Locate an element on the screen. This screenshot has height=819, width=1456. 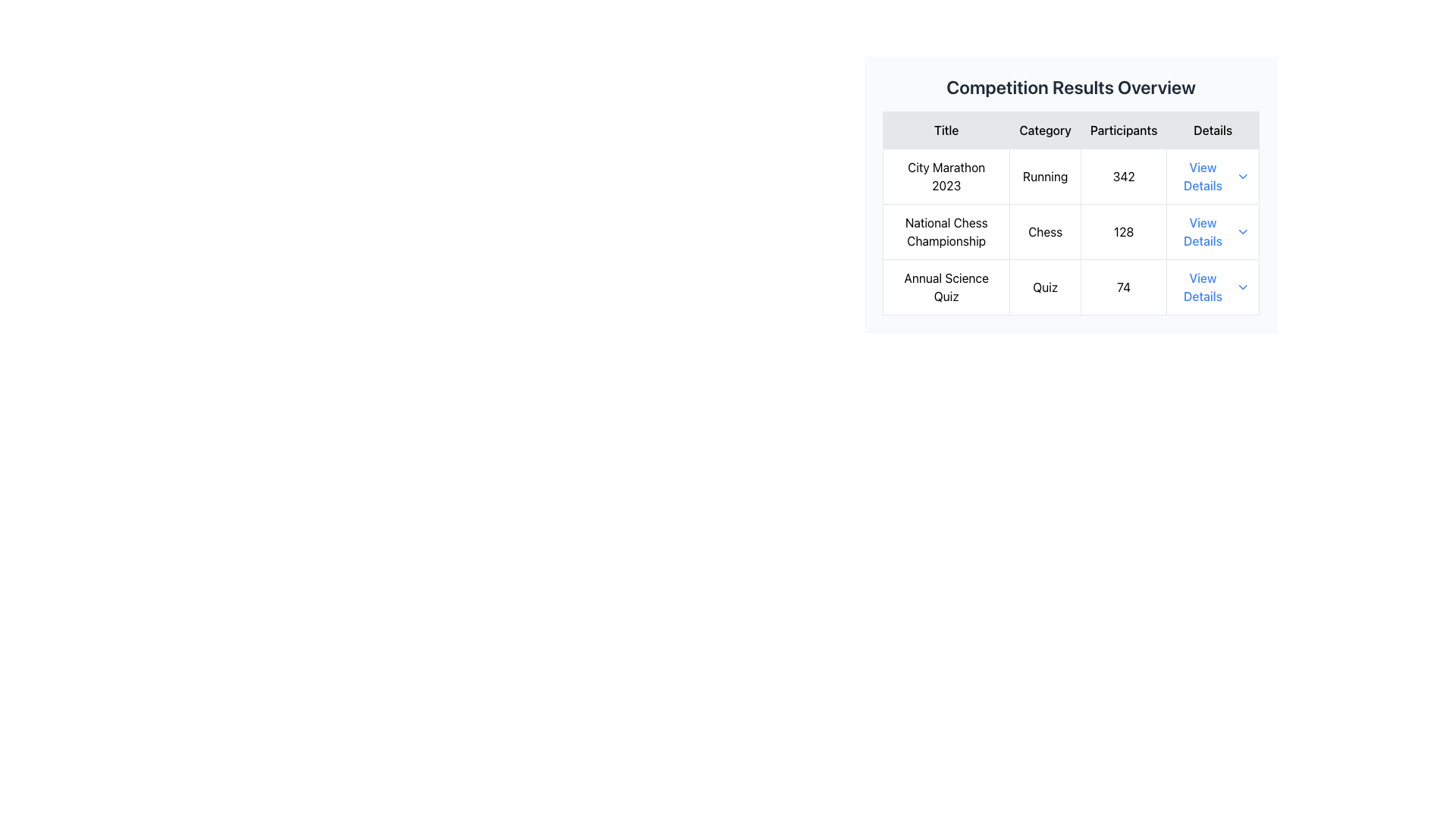
the text block representing the event name 'National Chess Championship' located in the second row of the 'Title' column in the table is located at coordinates (946, 231).